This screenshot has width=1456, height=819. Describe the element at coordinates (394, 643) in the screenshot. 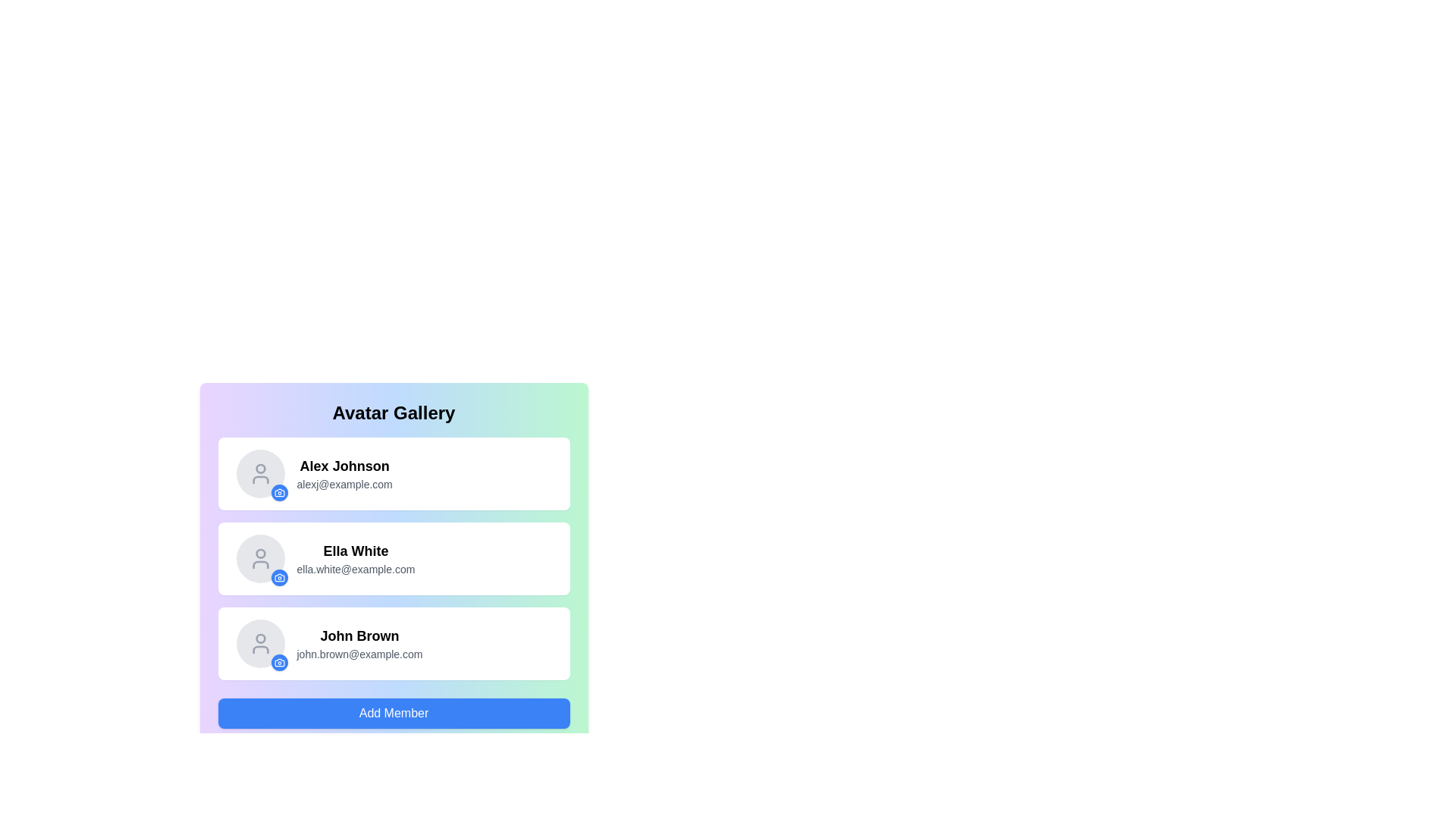

I see `the third user profile card for 'John Brown' in the Avatar Gallery section` at that location.